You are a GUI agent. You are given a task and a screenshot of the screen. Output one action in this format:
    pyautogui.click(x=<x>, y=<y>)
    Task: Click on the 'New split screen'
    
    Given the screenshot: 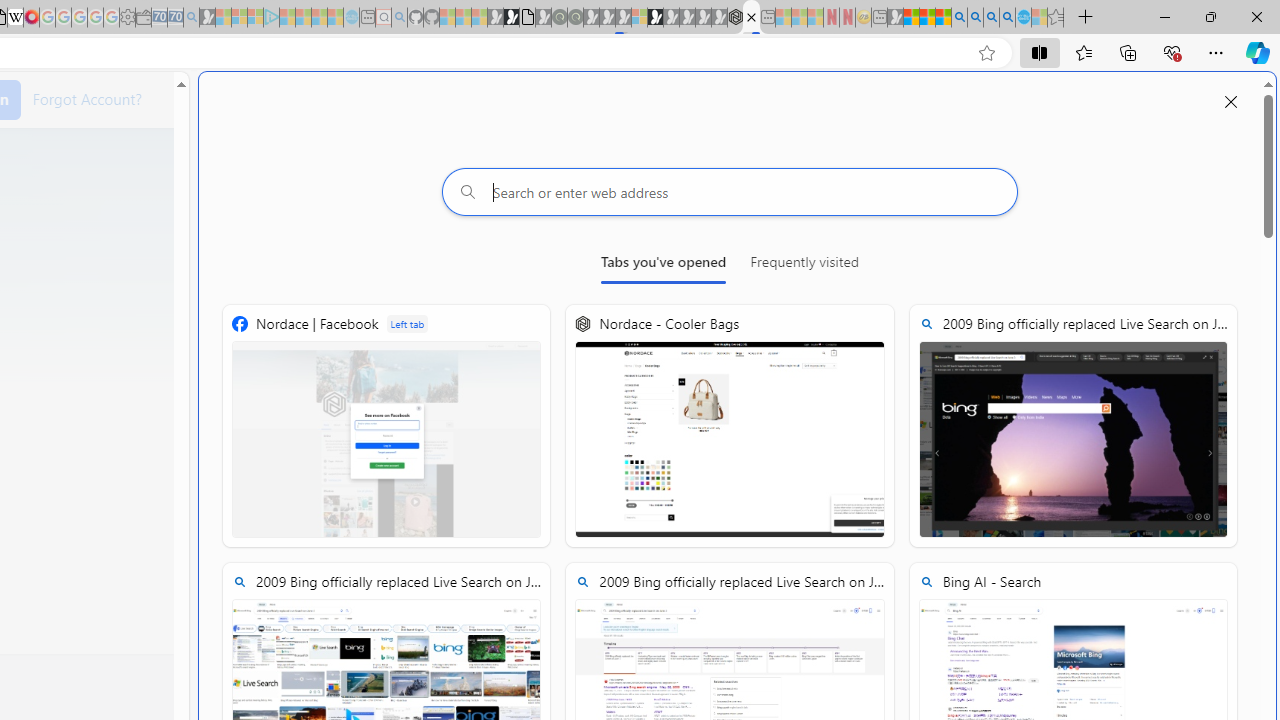 What is the action you would take?
    pyautogui.click(x=750, y=17)
    